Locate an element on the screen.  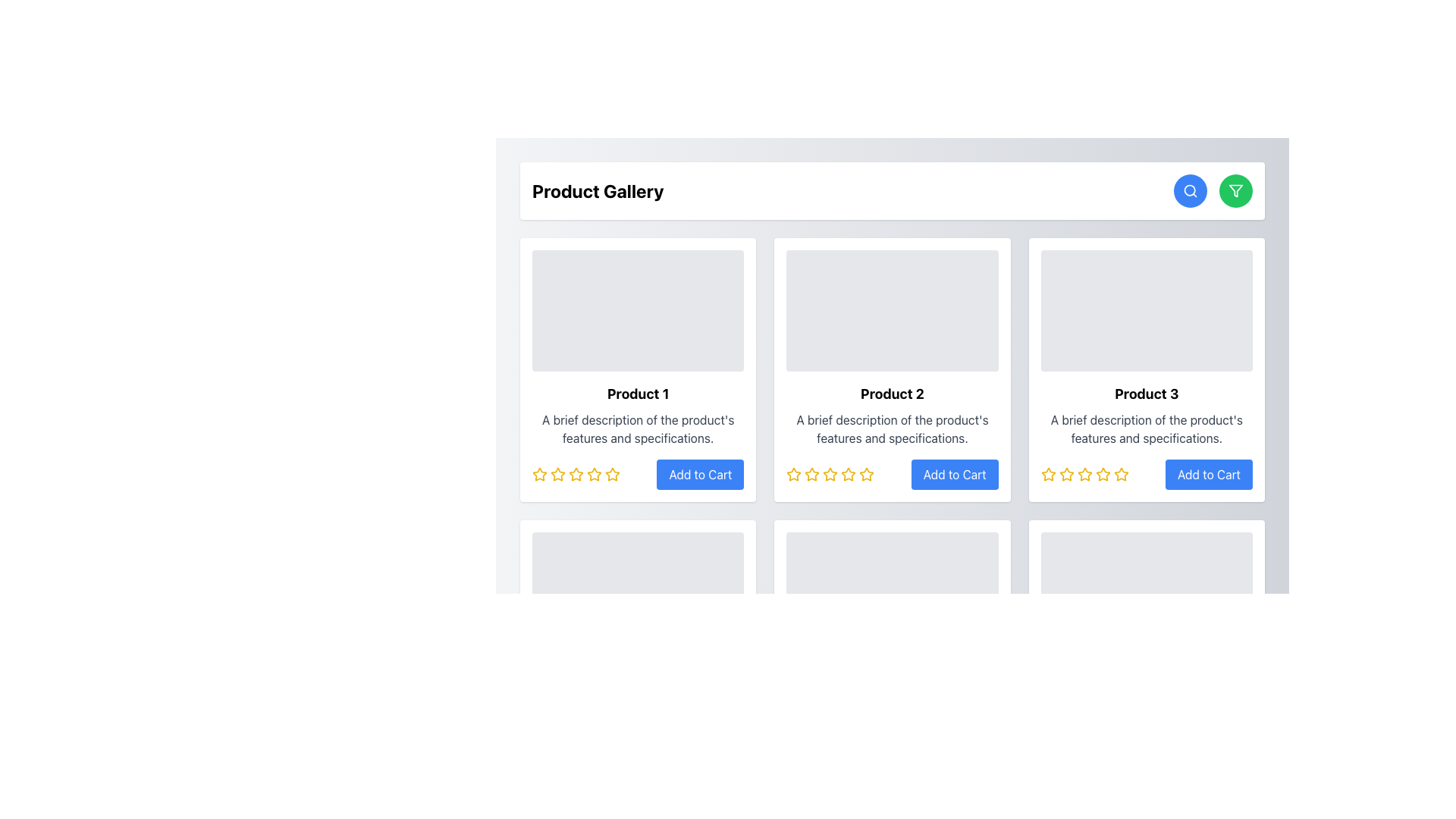
the second star icon in the star rating component below the 'Product 2' card is located at coordinates (811, 473).